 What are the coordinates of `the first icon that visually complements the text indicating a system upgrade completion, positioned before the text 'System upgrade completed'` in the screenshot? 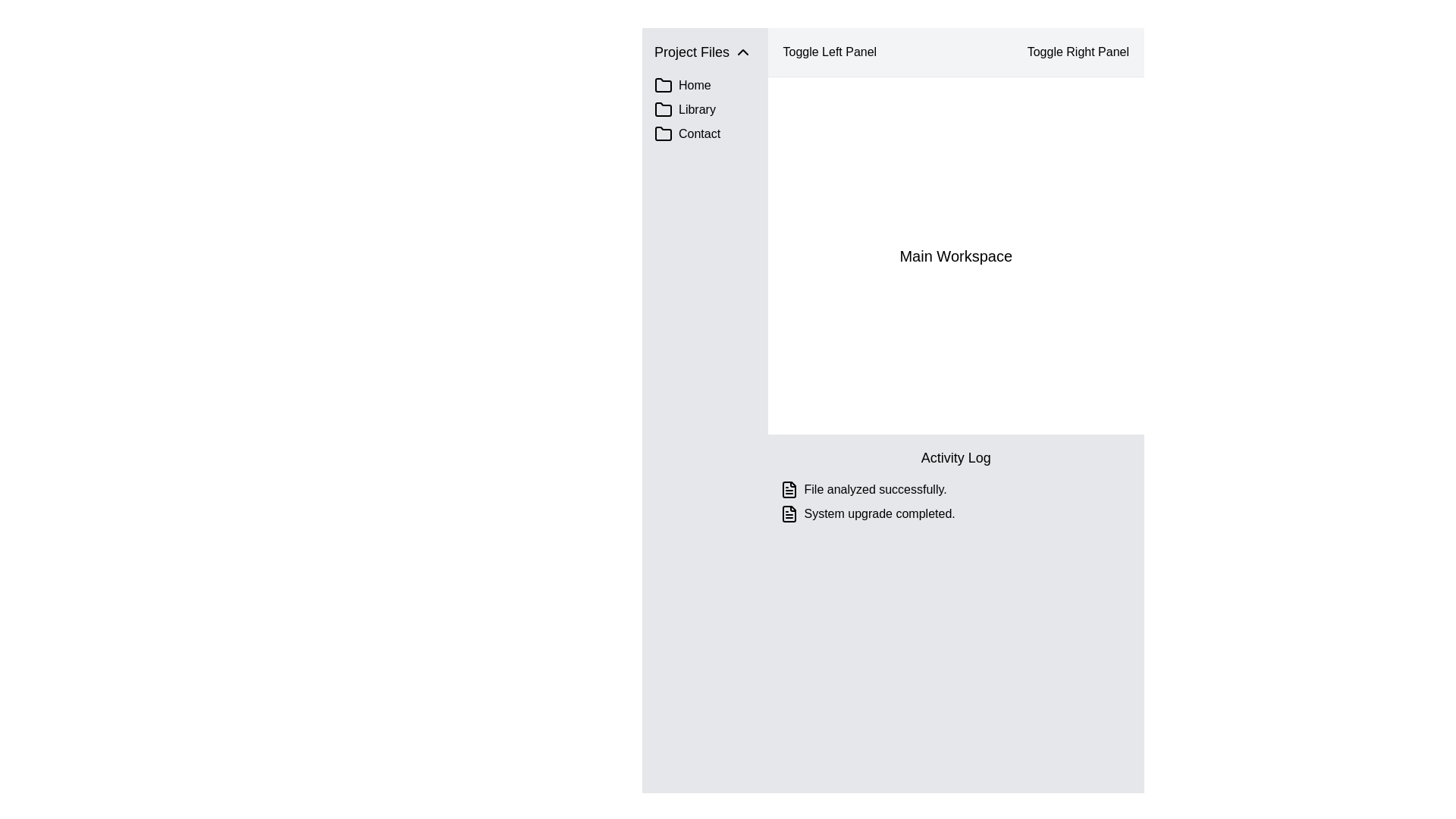 It's located at (789, 513).